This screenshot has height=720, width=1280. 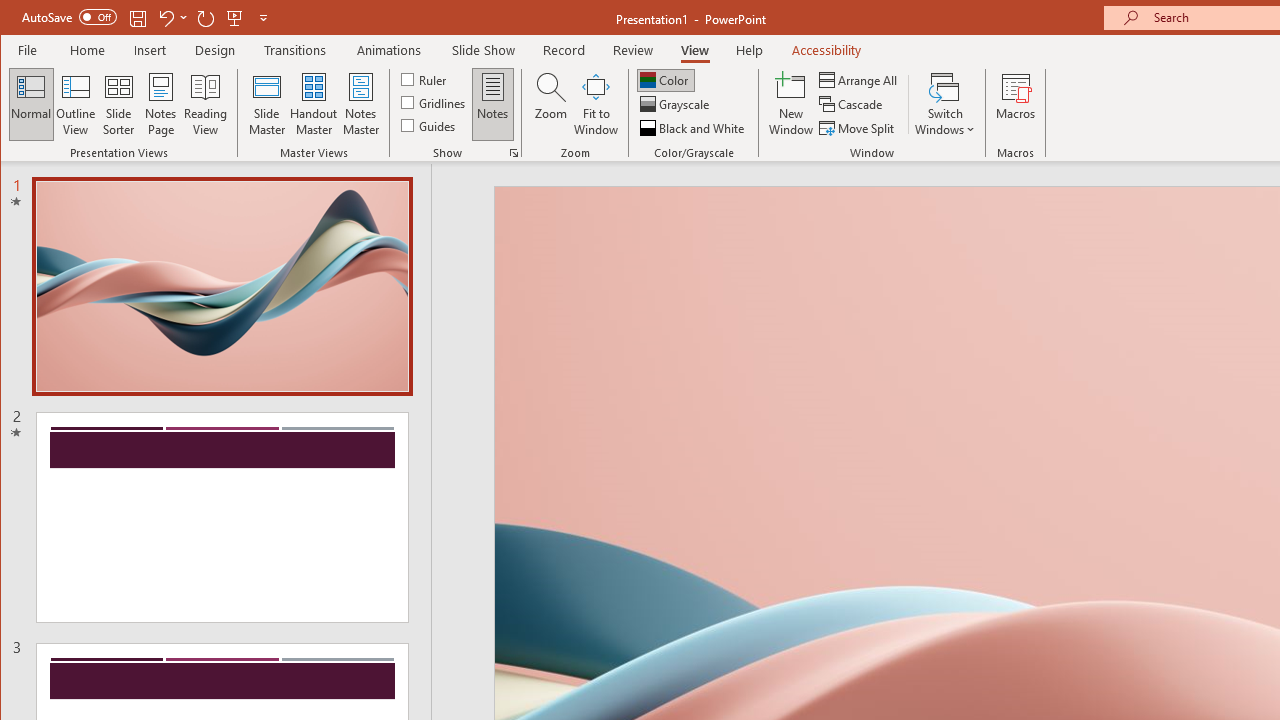 What do you see at coordinates (790, 104) in the screenshot?
I see `'New Window'` at bounding box center [790, 104].